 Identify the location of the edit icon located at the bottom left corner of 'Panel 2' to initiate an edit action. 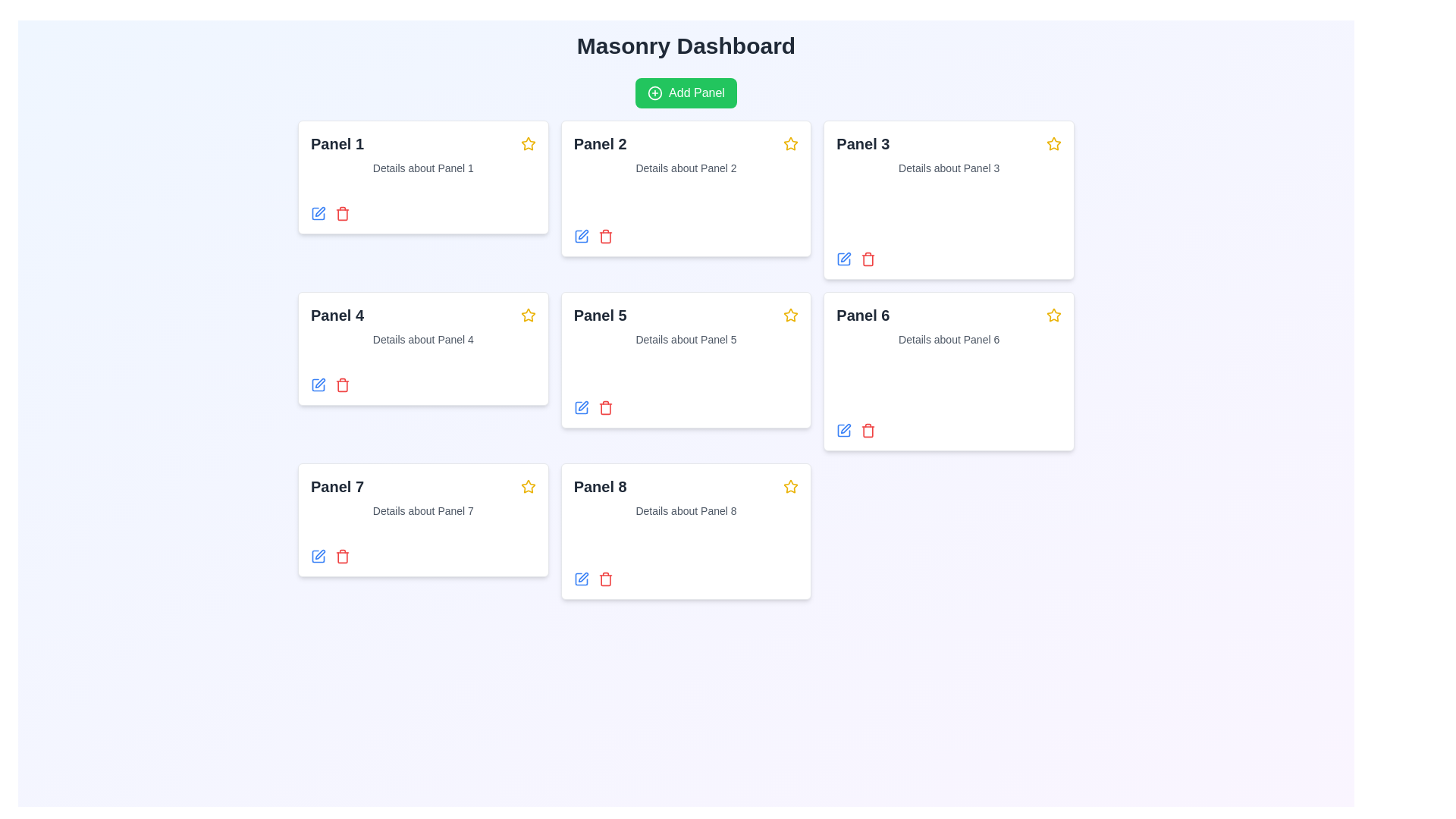
(582, 234).